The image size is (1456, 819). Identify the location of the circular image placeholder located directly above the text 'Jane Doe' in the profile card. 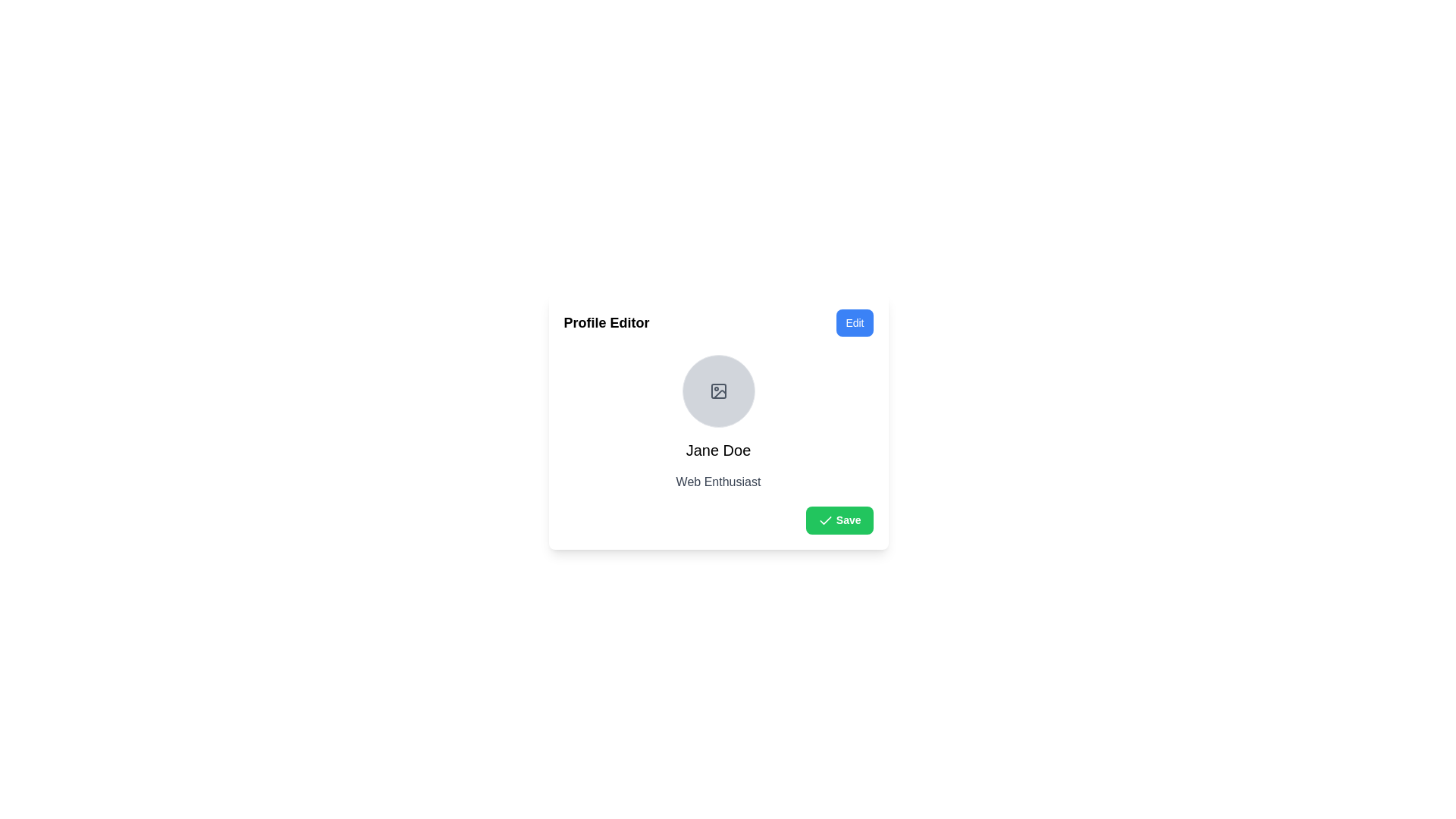
(717, 391).